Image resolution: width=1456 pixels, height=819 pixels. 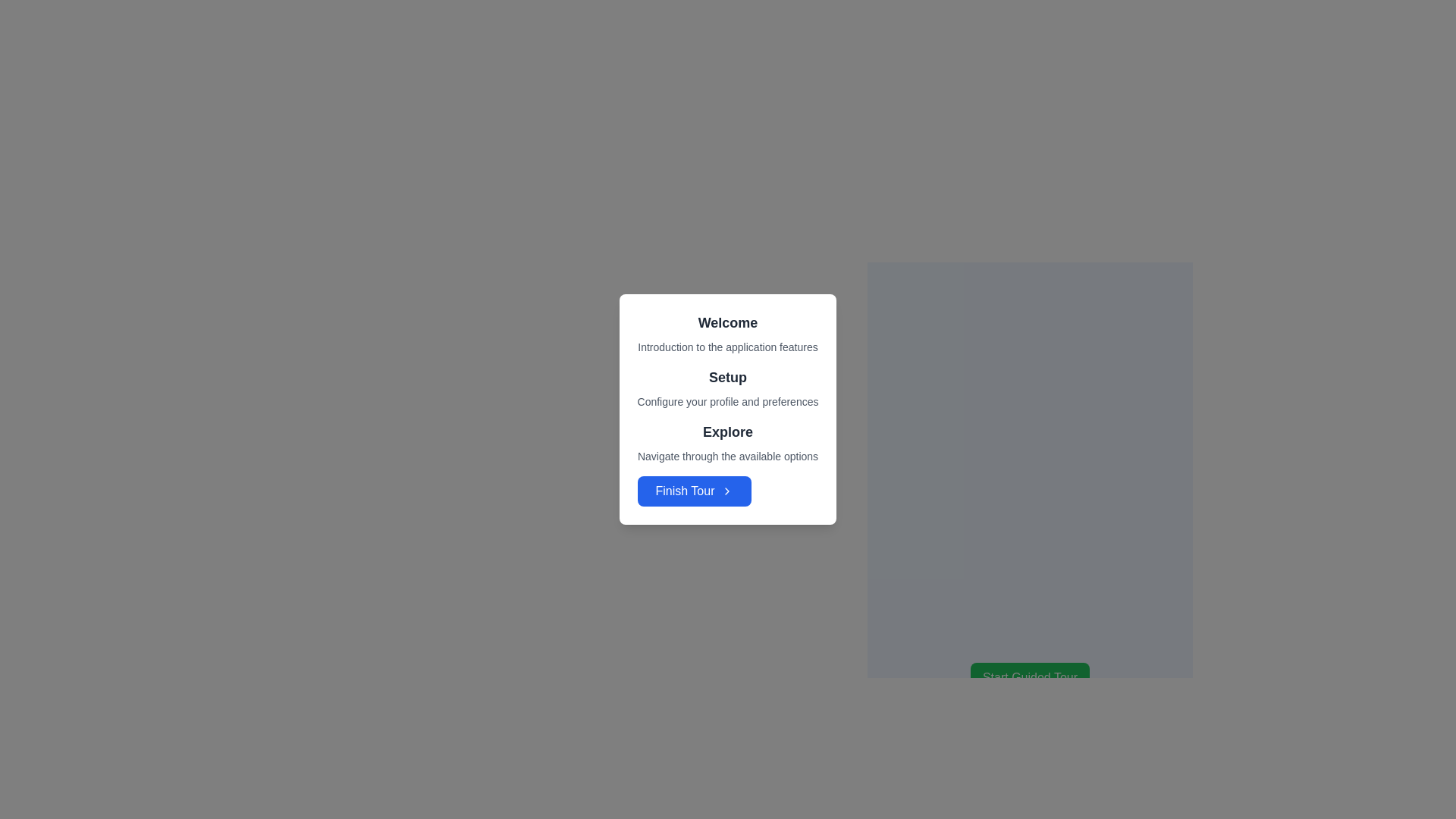 I want to click on the small right-facing chevron icon with a blue background located next to the 'Finish Tour' button at the bottom of the modal, so click(x=726, y=491).